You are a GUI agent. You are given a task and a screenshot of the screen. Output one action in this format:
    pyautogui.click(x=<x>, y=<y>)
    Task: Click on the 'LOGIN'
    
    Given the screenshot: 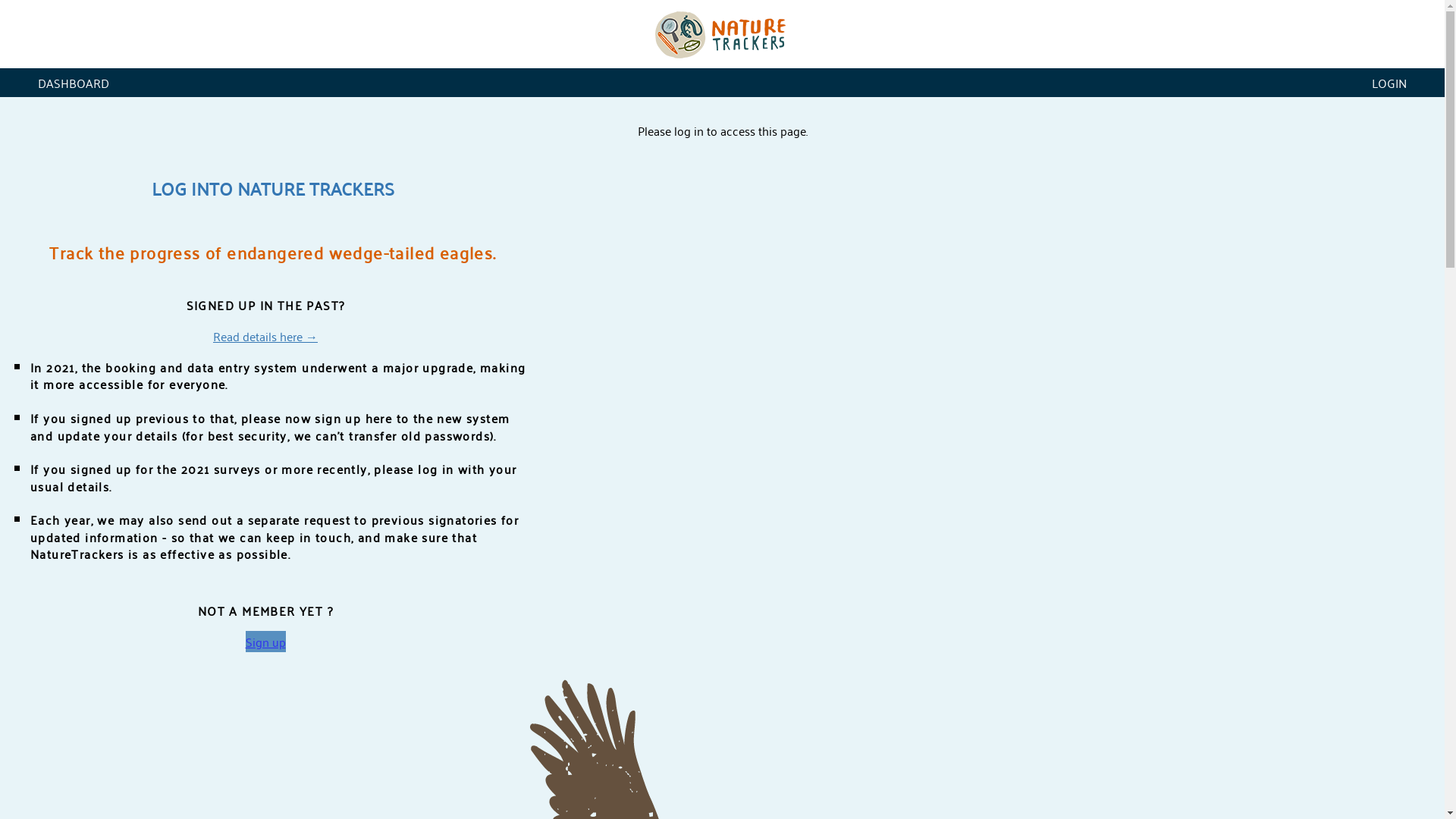 What is the action you would take?
    pyautogui.click(x=1389, y=82)
    